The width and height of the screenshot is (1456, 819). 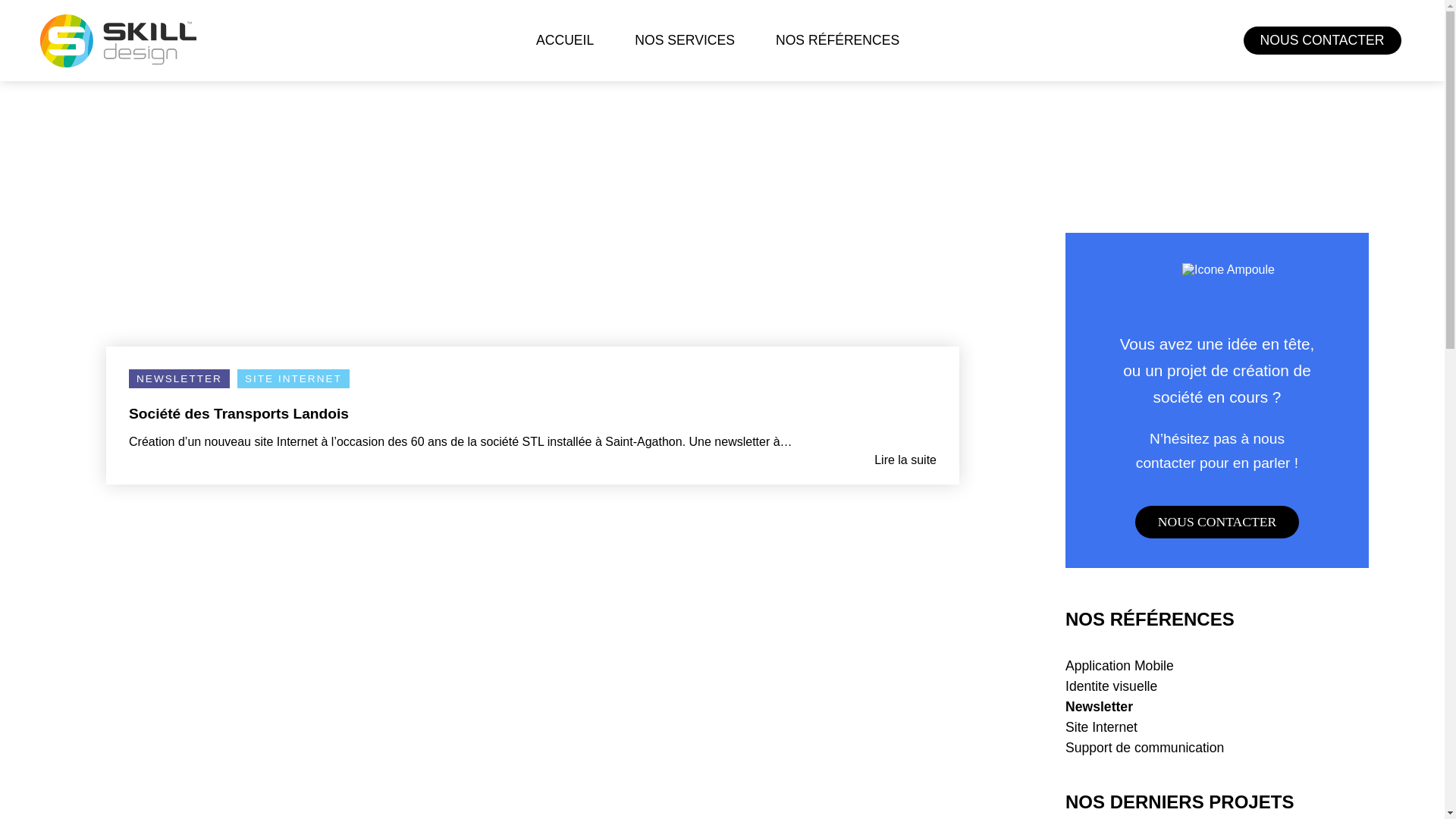 What do you see at coordinates (1065, 665) in the screenshot?
I see `'Application Mobile'` at bounding box center [1065, 665].